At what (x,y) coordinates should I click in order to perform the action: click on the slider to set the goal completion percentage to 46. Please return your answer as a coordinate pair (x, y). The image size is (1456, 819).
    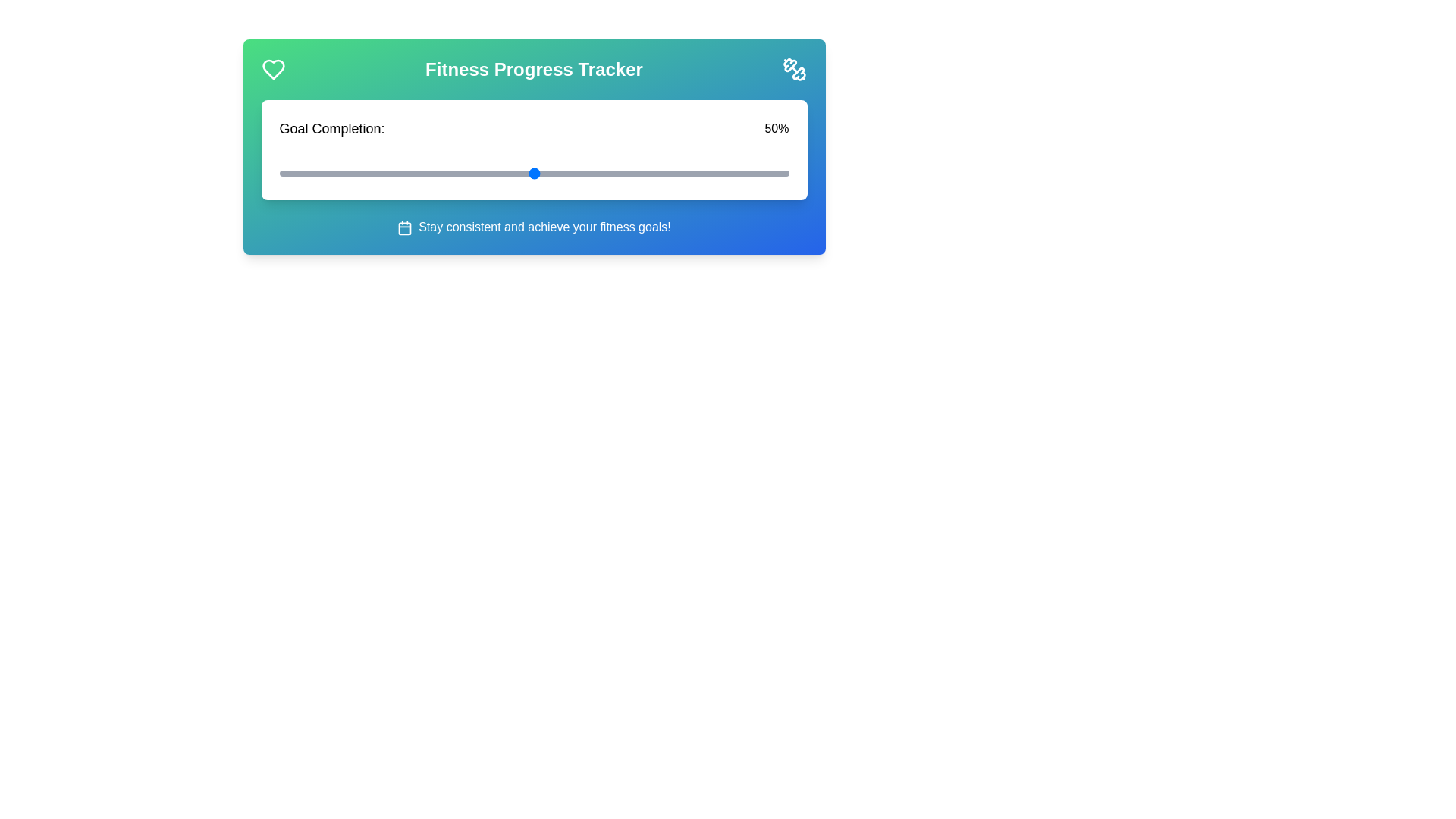
    Looking at the image, I should click on (513, 172).